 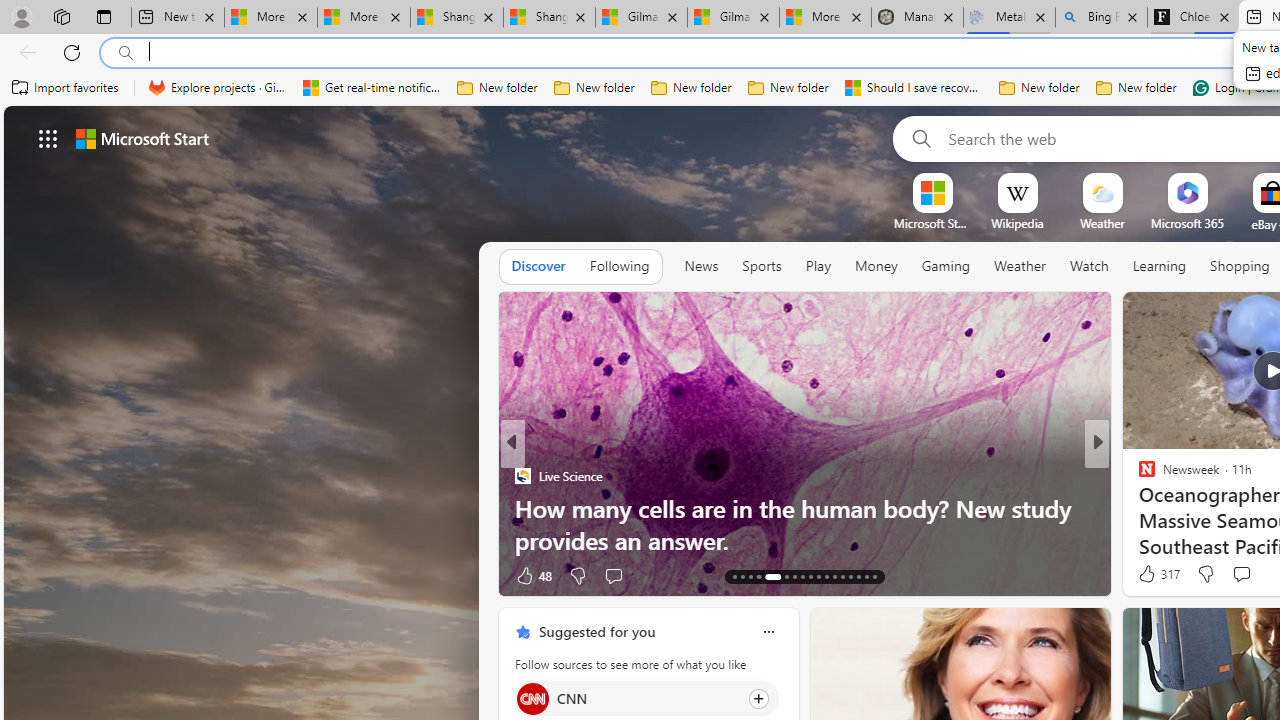 I want to click on 'News', so click(x=701, y=266).